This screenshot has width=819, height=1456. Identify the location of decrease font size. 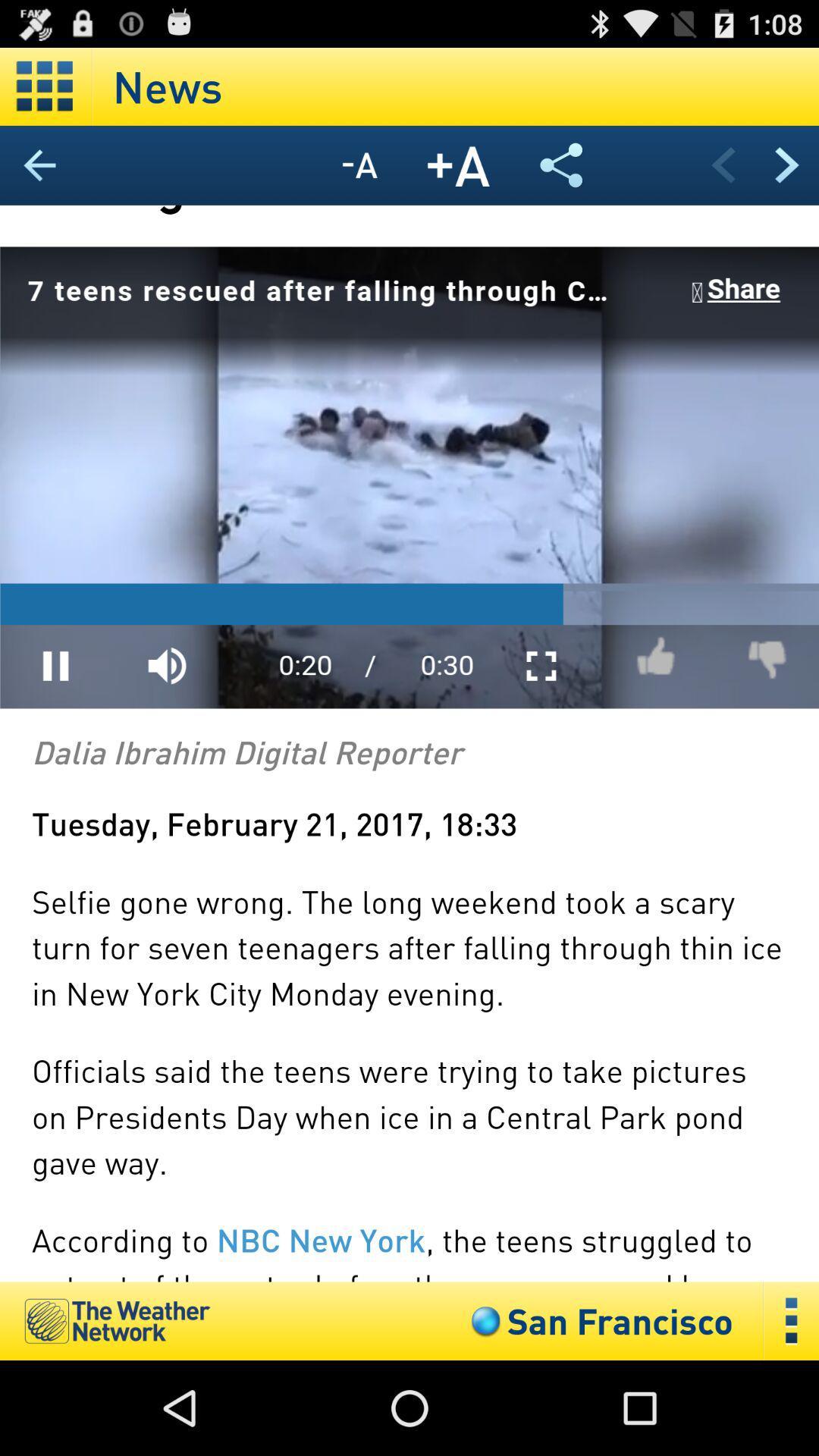
(359, 165).